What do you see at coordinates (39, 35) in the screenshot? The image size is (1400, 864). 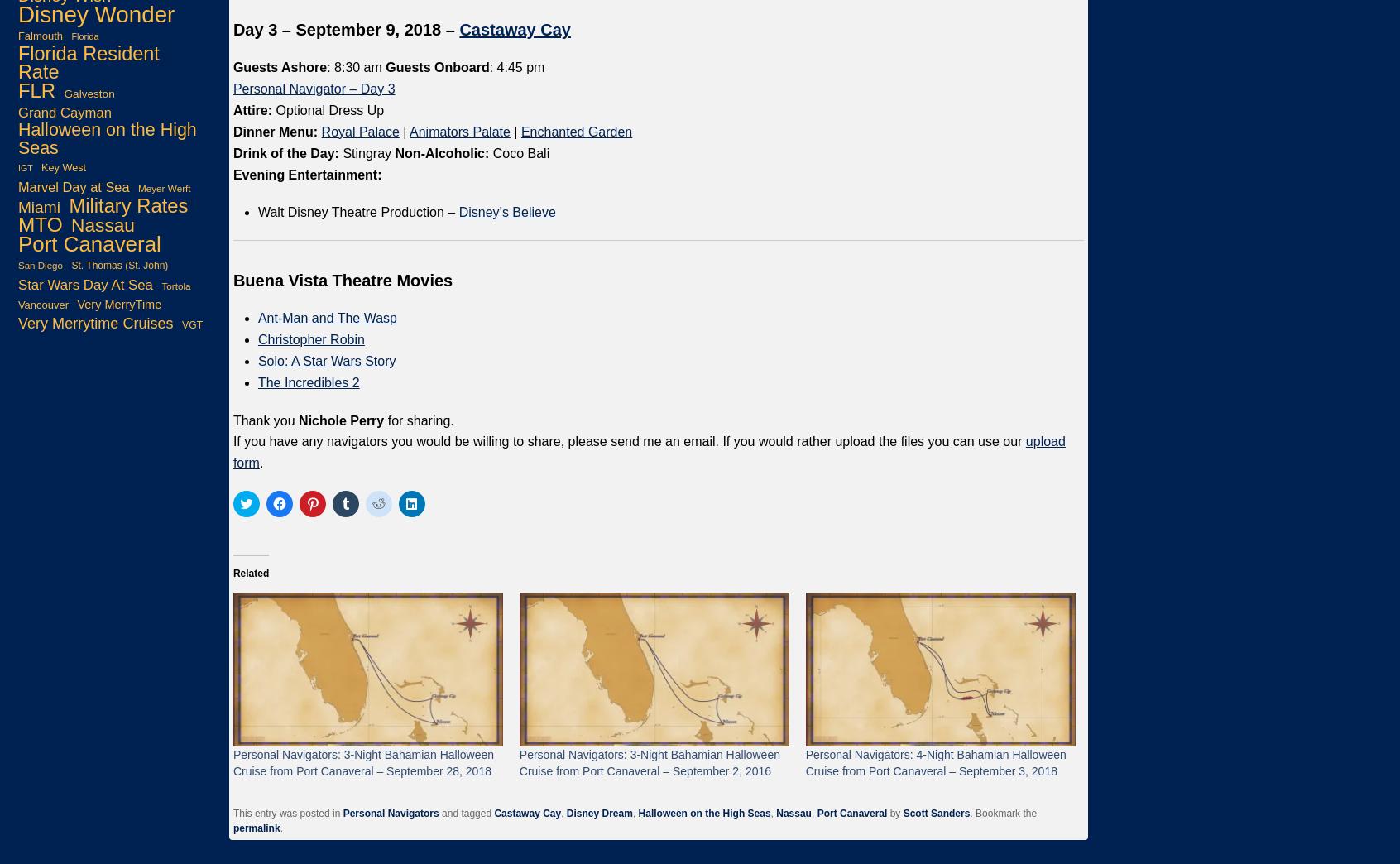 I see `'Falmouth'` at bounding box center [39, 35].